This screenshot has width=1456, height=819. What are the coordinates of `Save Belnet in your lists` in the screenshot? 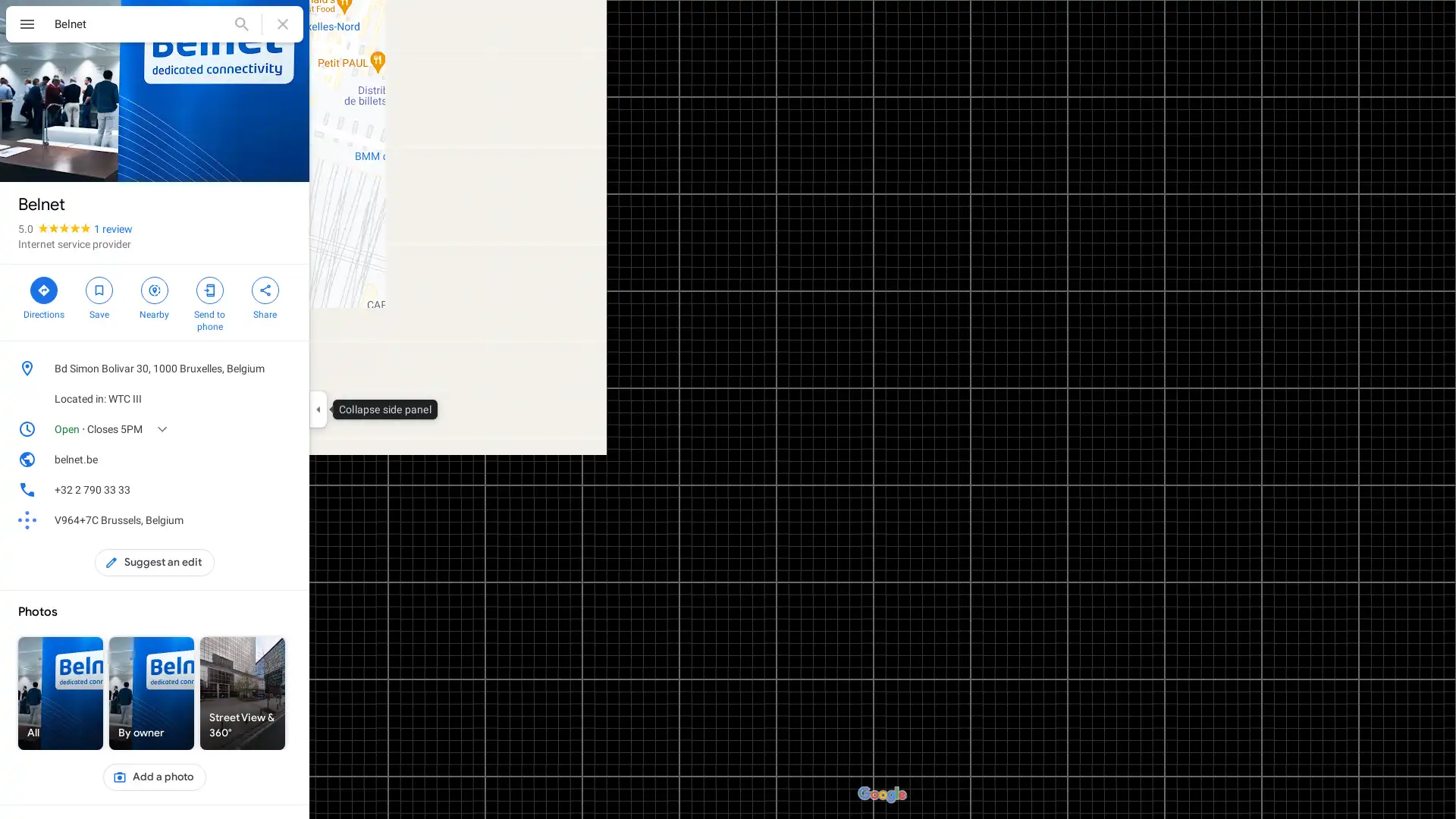 It's located at (98, 296).